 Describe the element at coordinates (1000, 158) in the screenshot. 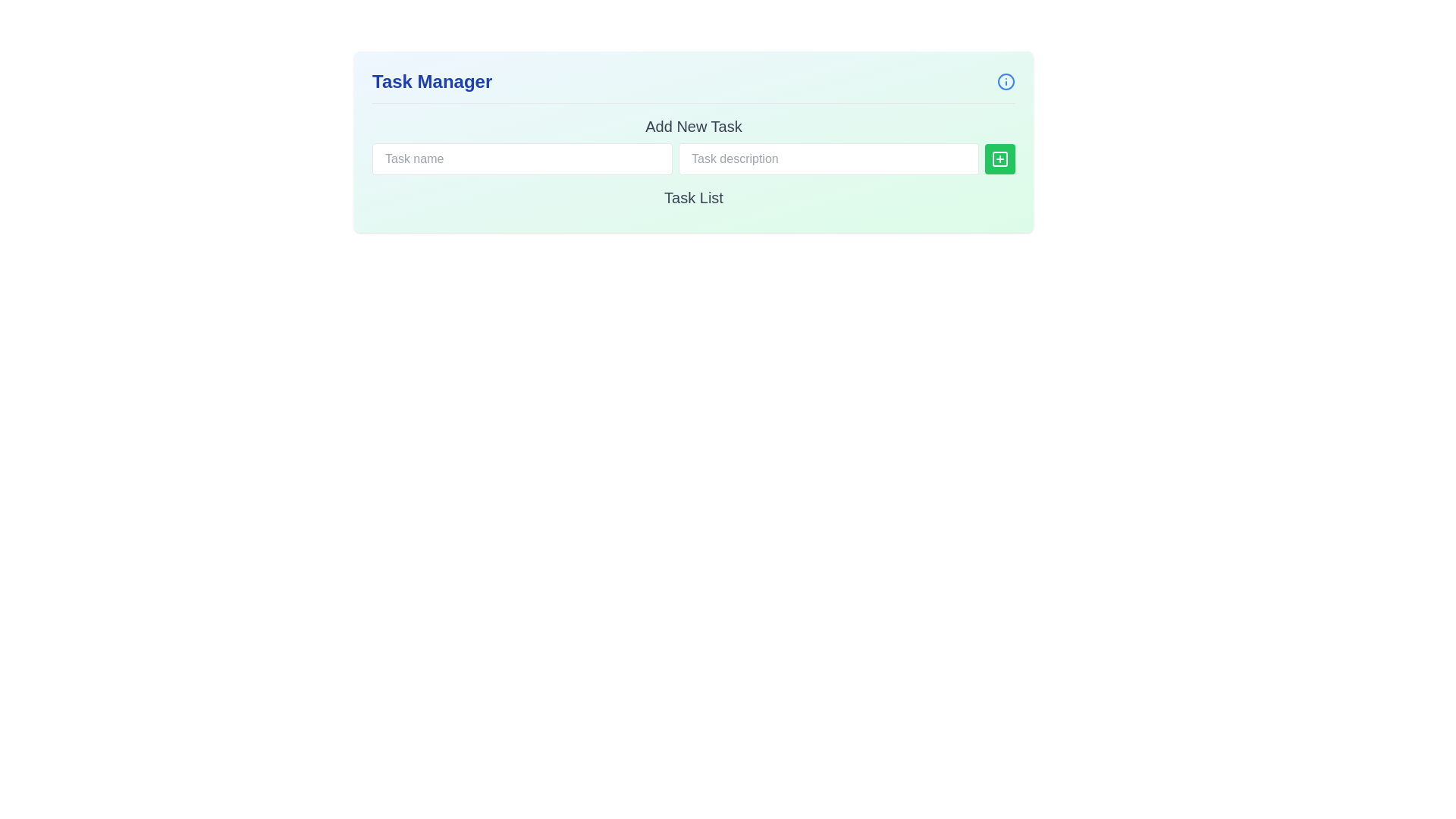

I see `the decorative SVG rectangle within the green button that suggests an addition action in the 'Add New Task' section` at that location.